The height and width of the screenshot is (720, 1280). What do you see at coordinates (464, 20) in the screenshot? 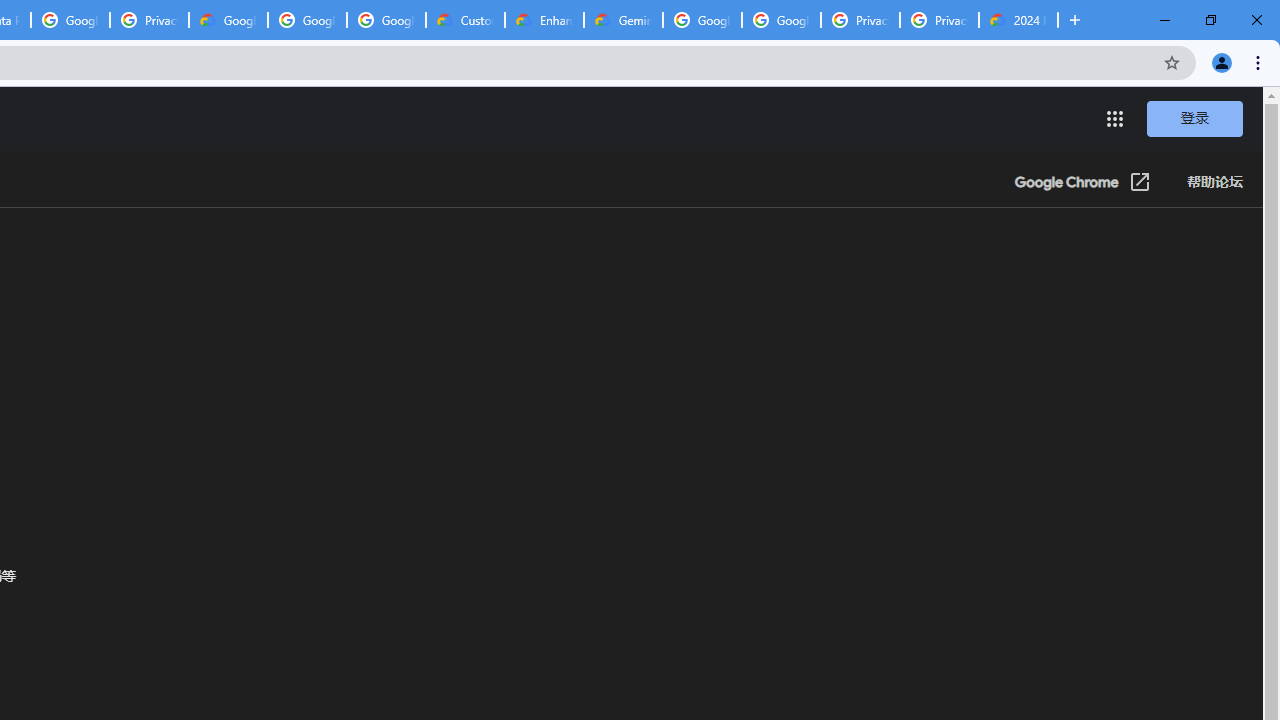
I see `'Customer Care | Google Cloud'` at bounding box center [464, 20].